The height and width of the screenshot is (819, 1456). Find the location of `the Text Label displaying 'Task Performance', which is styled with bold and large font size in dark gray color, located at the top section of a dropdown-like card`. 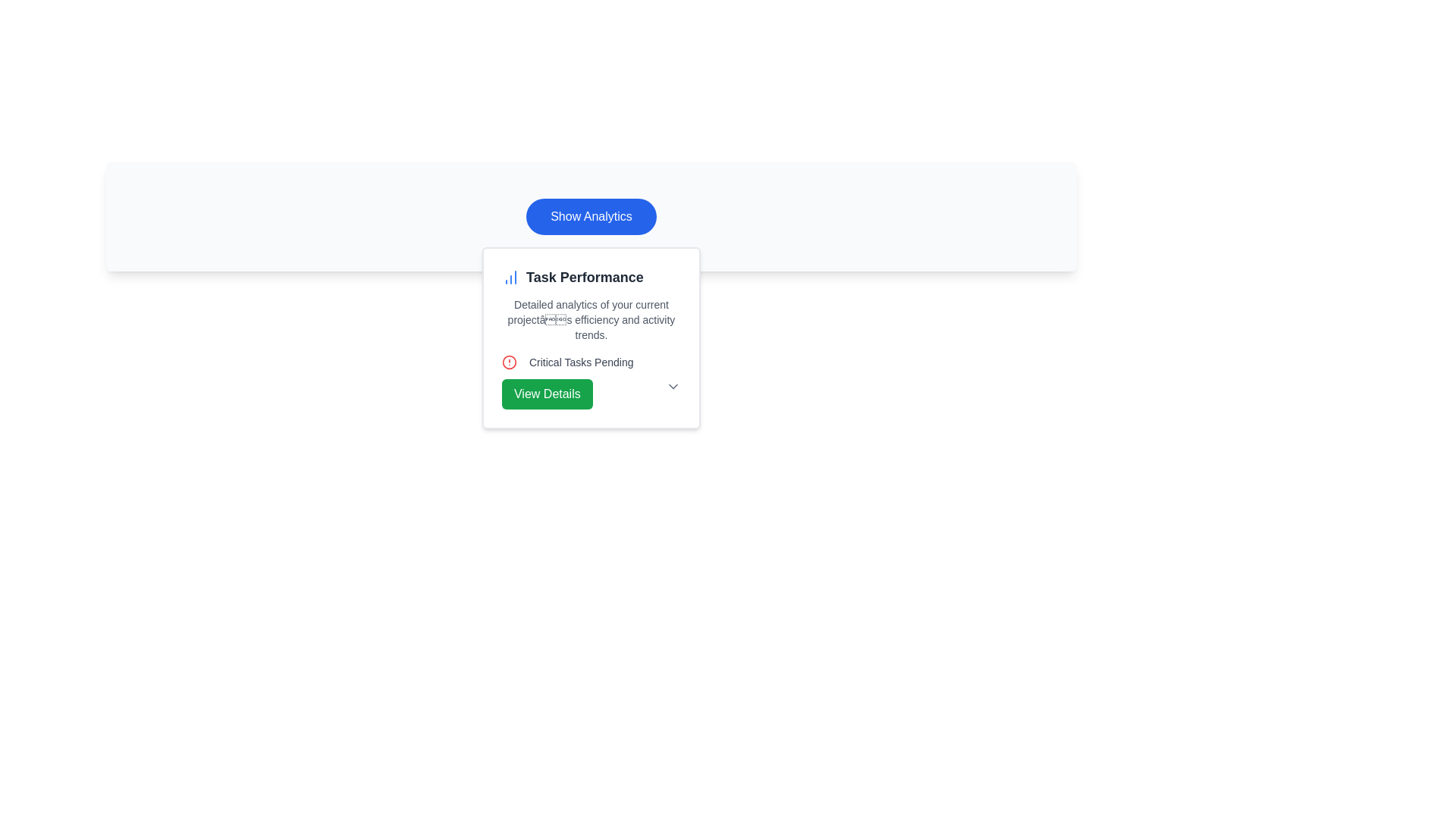

the Text Label displaying 'Task Performance', which is styled with bold and large font size in dark gray color, located at the top section of a dropdown-like card is located at coordinates (590, 278).